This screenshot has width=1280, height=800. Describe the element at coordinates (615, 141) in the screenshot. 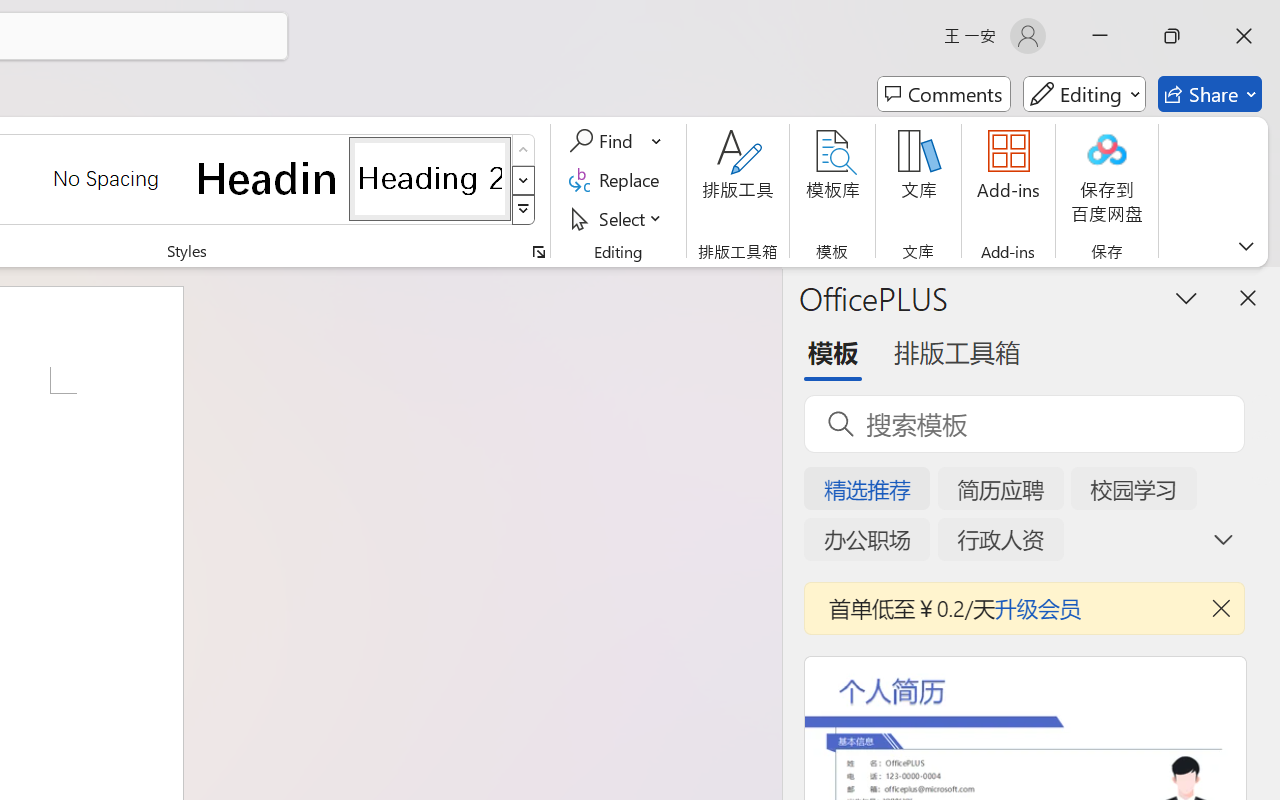

I see `'Find'` at that location.